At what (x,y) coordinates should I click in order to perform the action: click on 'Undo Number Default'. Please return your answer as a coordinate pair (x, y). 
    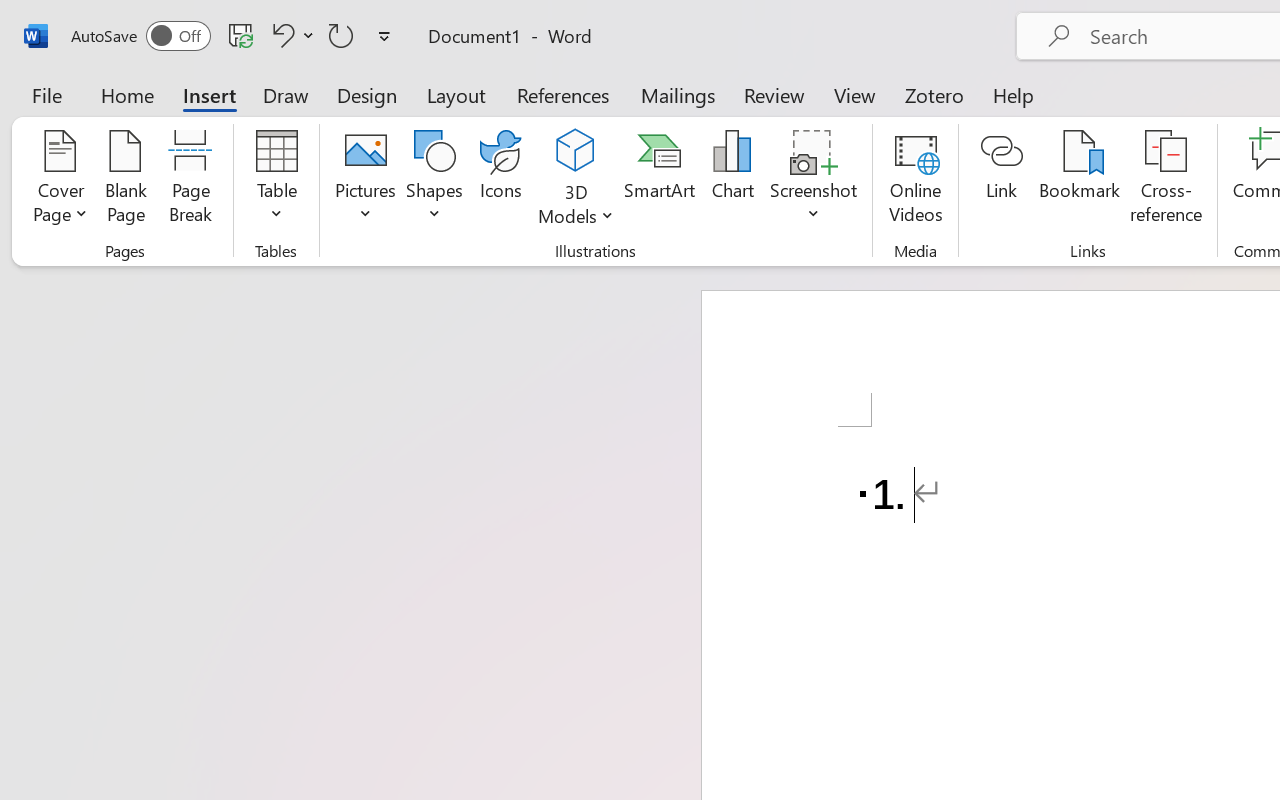
    Looking at the image, I should click on (289, 34).